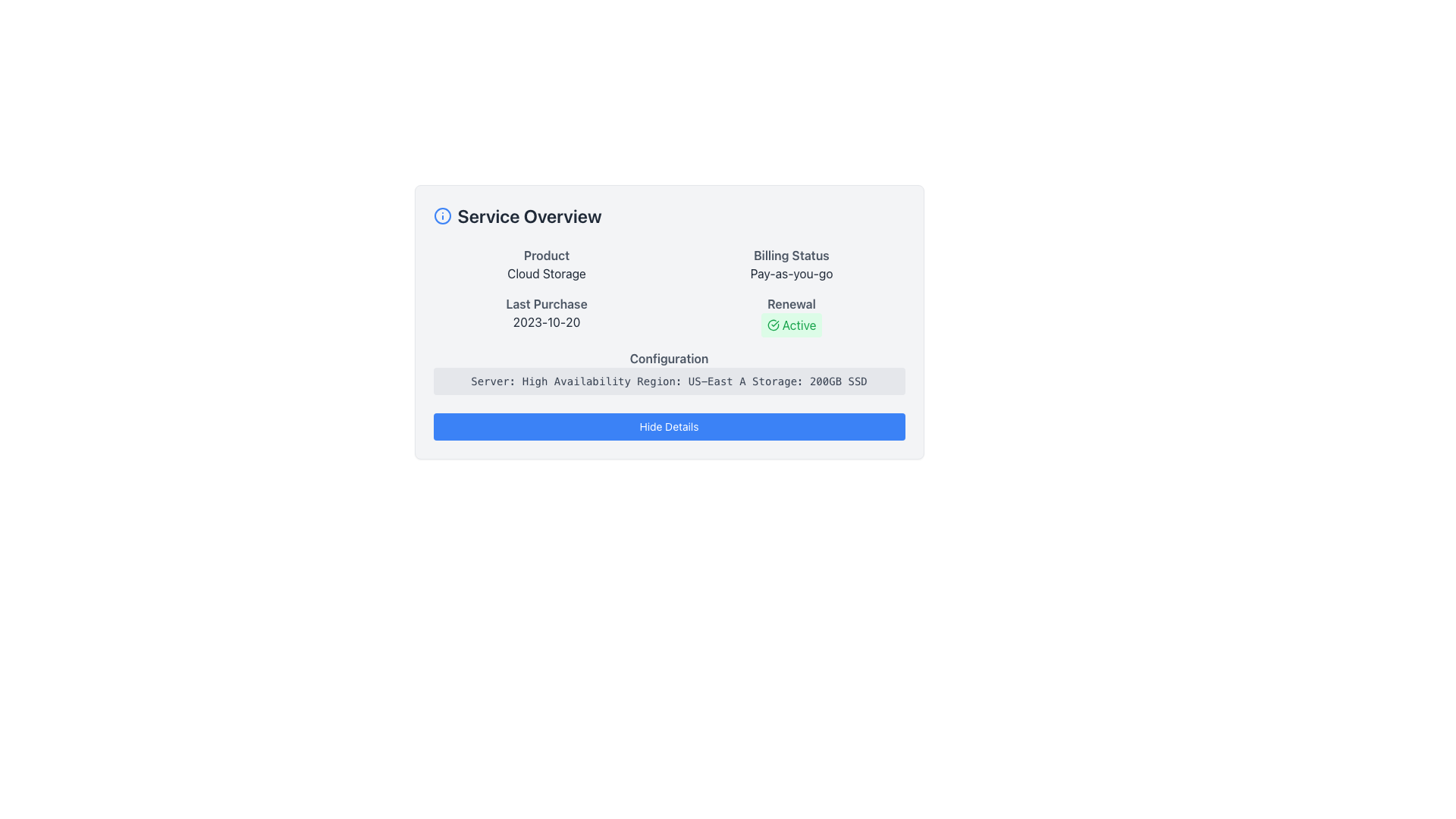 The height and width of the screenshot is (819, 1456). I want to click on the static informational text indicating 'Pay-as-you-go' billing mode, located in the right column above the 'Renewal' information, so click(790, 263).